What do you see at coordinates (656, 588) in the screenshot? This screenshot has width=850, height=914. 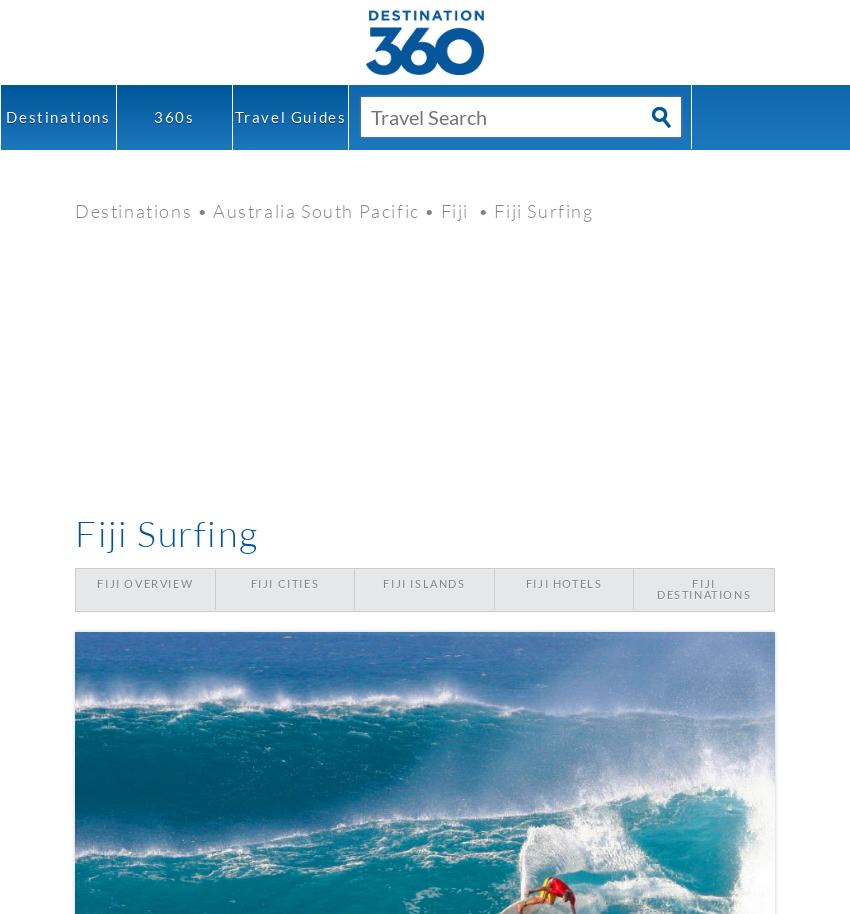 I see `'Fiji Destinations'` at bounding box center [656, 588].